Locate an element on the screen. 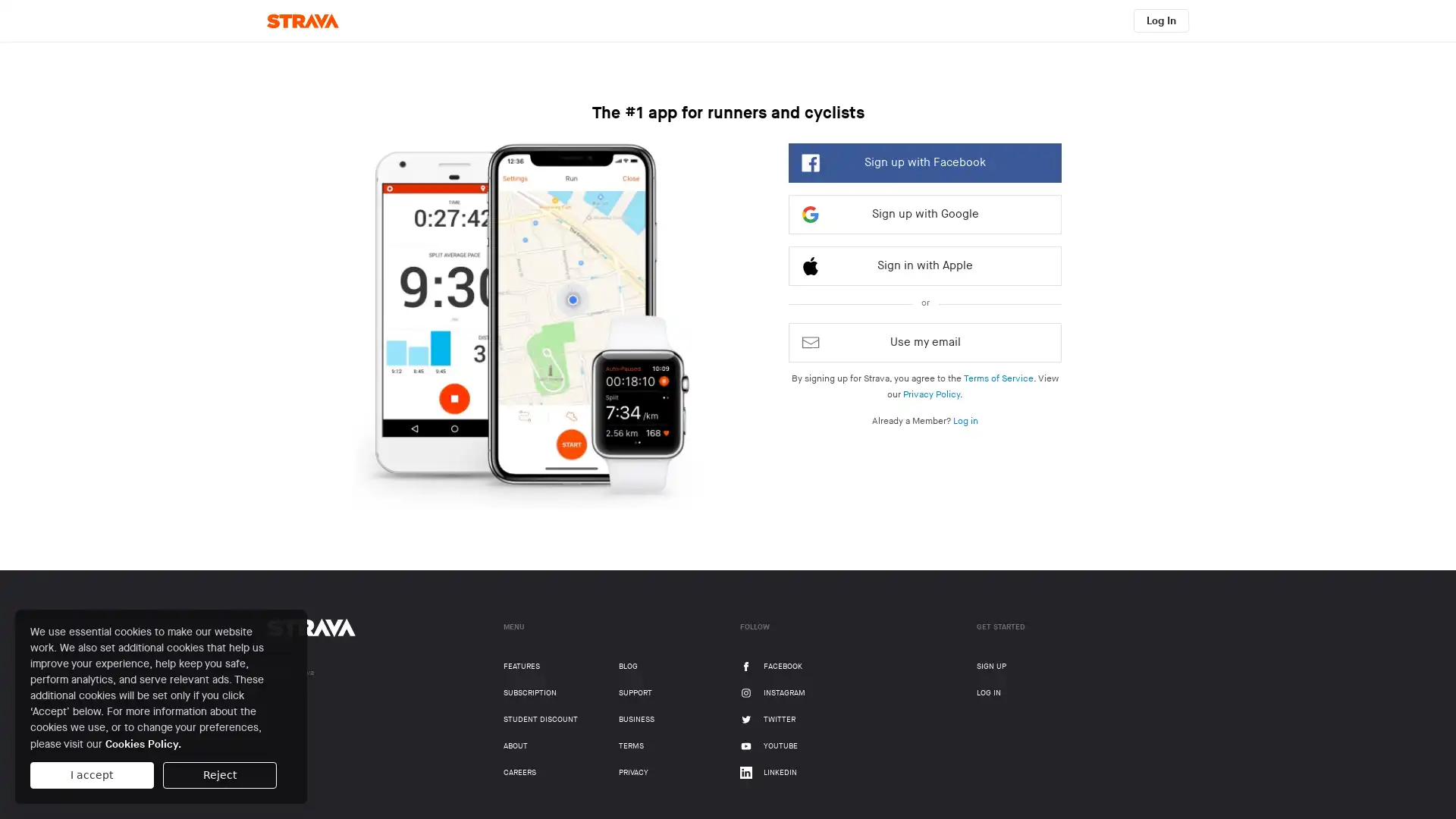  I accept is located at coordinates (90, 775).